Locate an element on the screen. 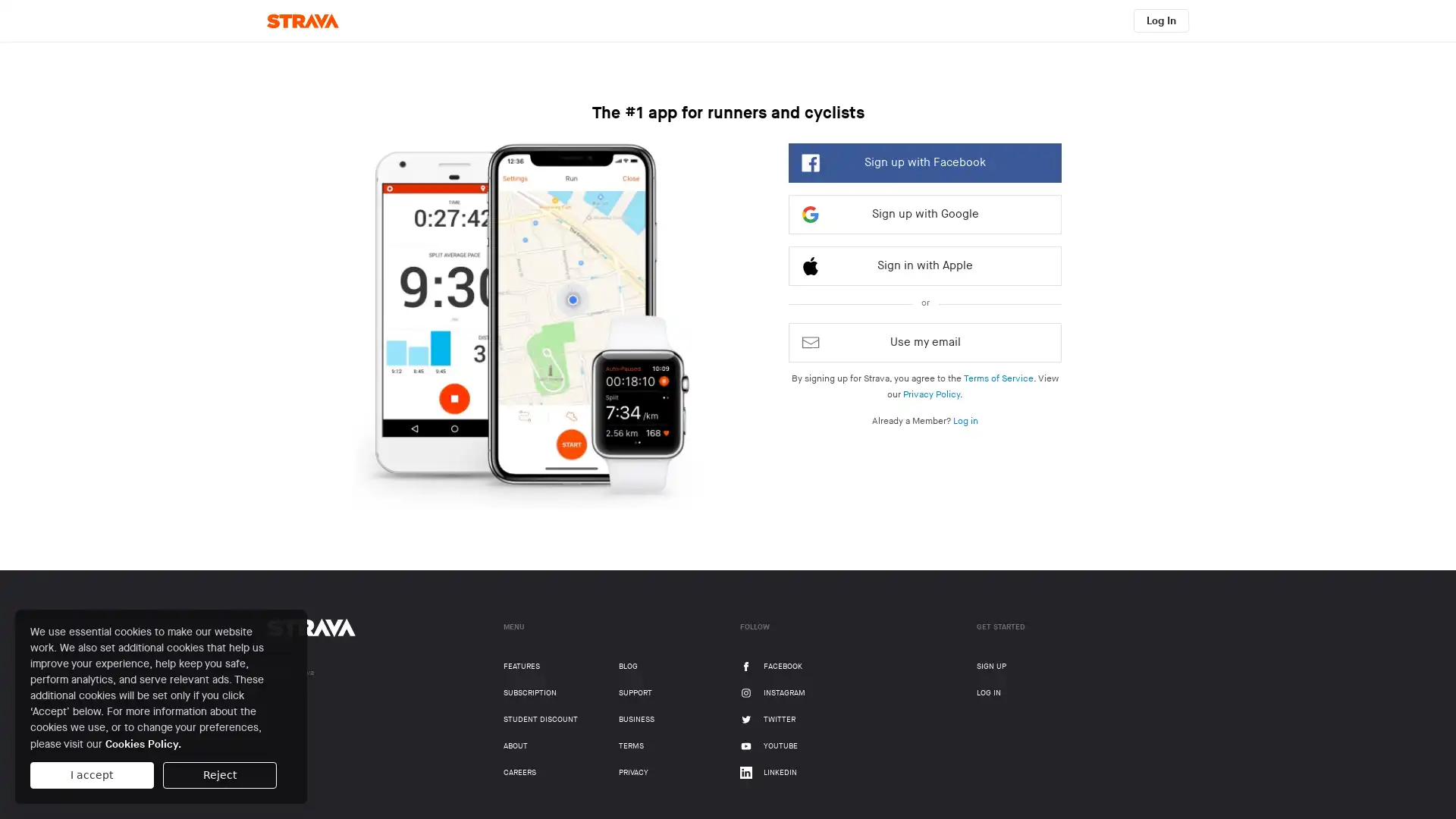  I accept is located at coordinates (90, 775).